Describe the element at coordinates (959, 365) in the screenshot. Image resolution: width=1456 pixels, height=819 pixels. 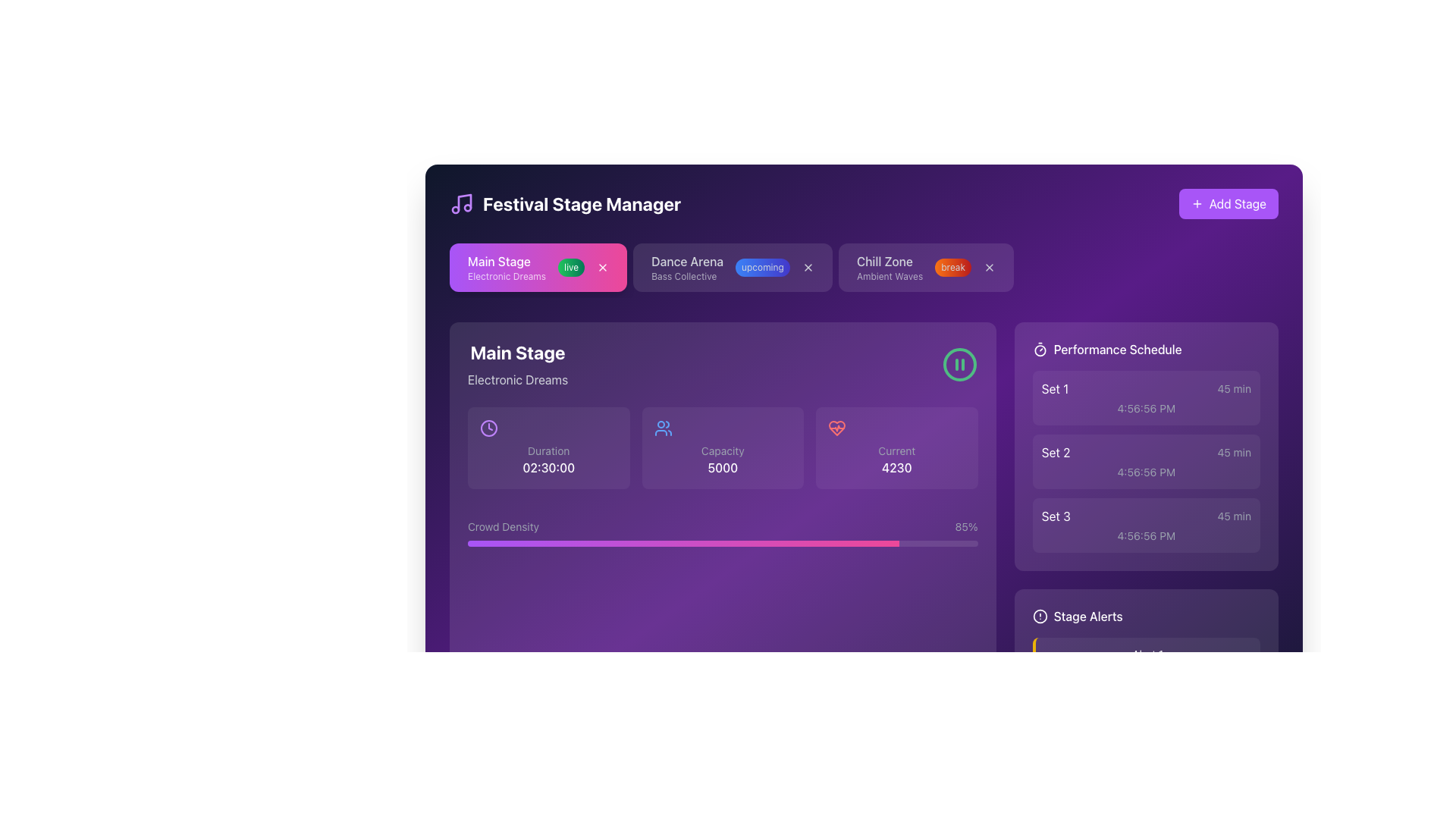
I see `the circular pause button icon with a green border and two vertical bars on a purple background to potentially display a tooltip` at that location.